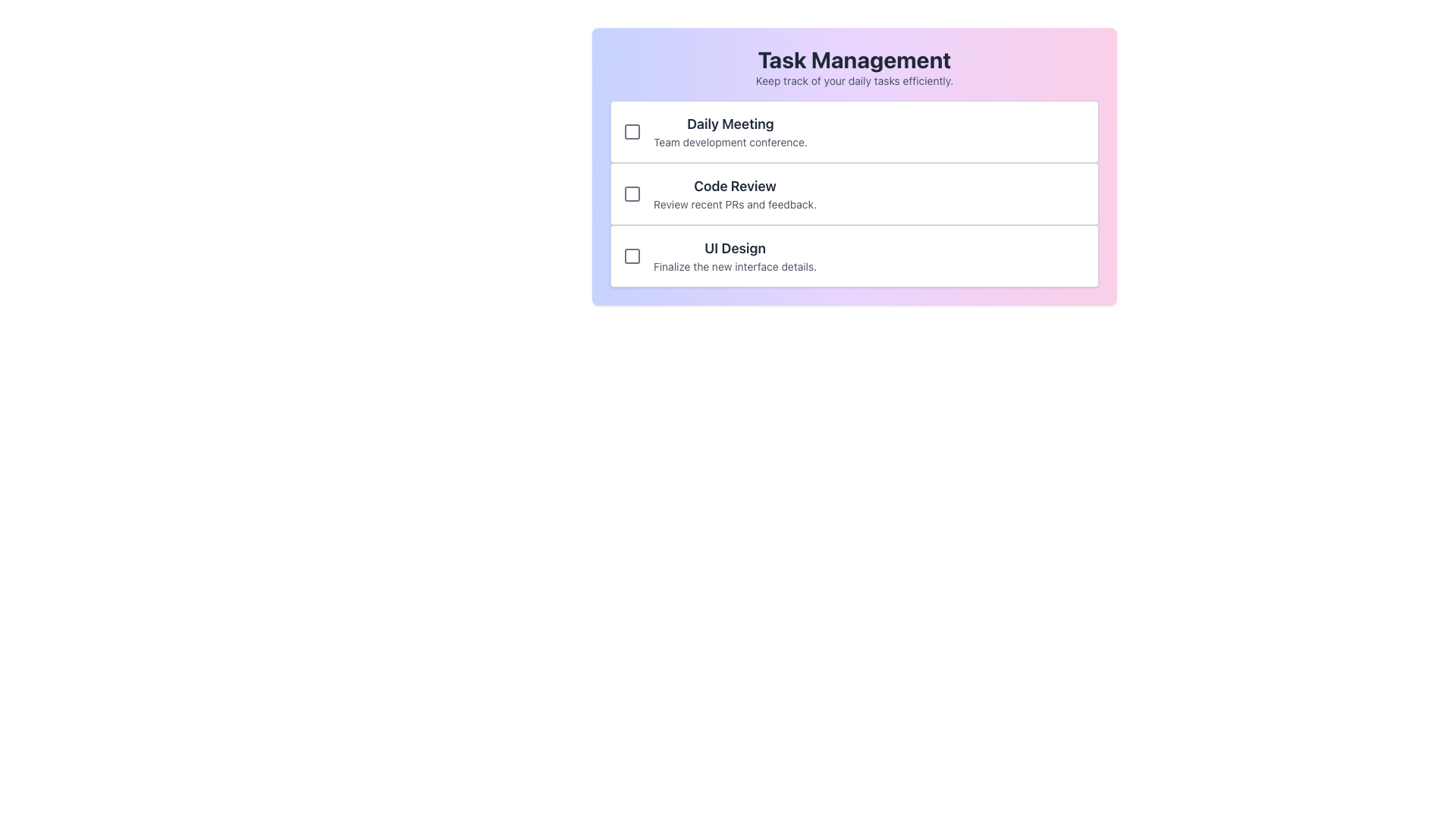 This screenshot has height=819, width=1456. What do you see at coordinates (632, 130) in the screenshot?
I see `the outlined square icon located to the left of the 'Daily Meeting' text in the first item of the list` at bounding box center [632, 130].